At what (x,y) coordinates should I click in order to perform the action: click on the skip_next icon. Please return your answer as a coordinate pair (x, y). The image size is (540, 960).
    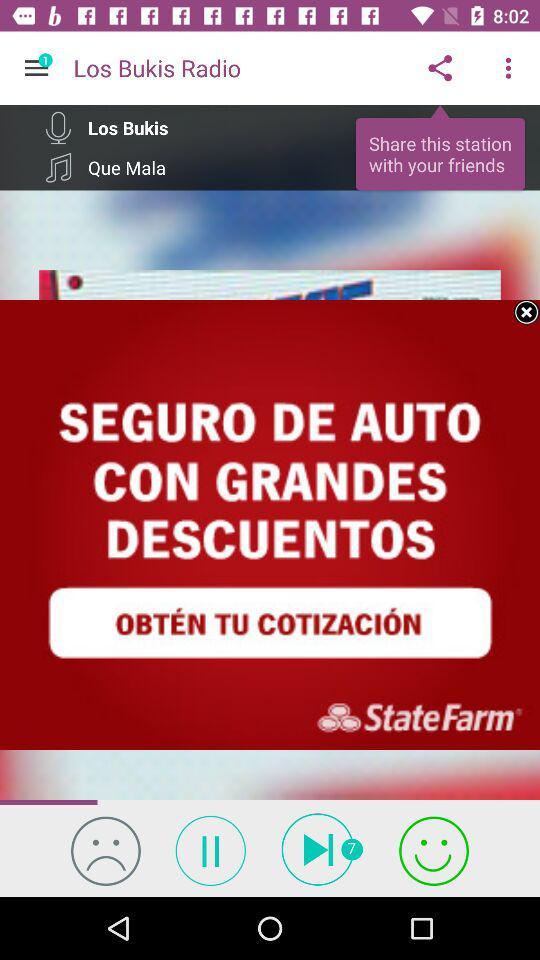
    Looking at the image, I should click on (322, 848).